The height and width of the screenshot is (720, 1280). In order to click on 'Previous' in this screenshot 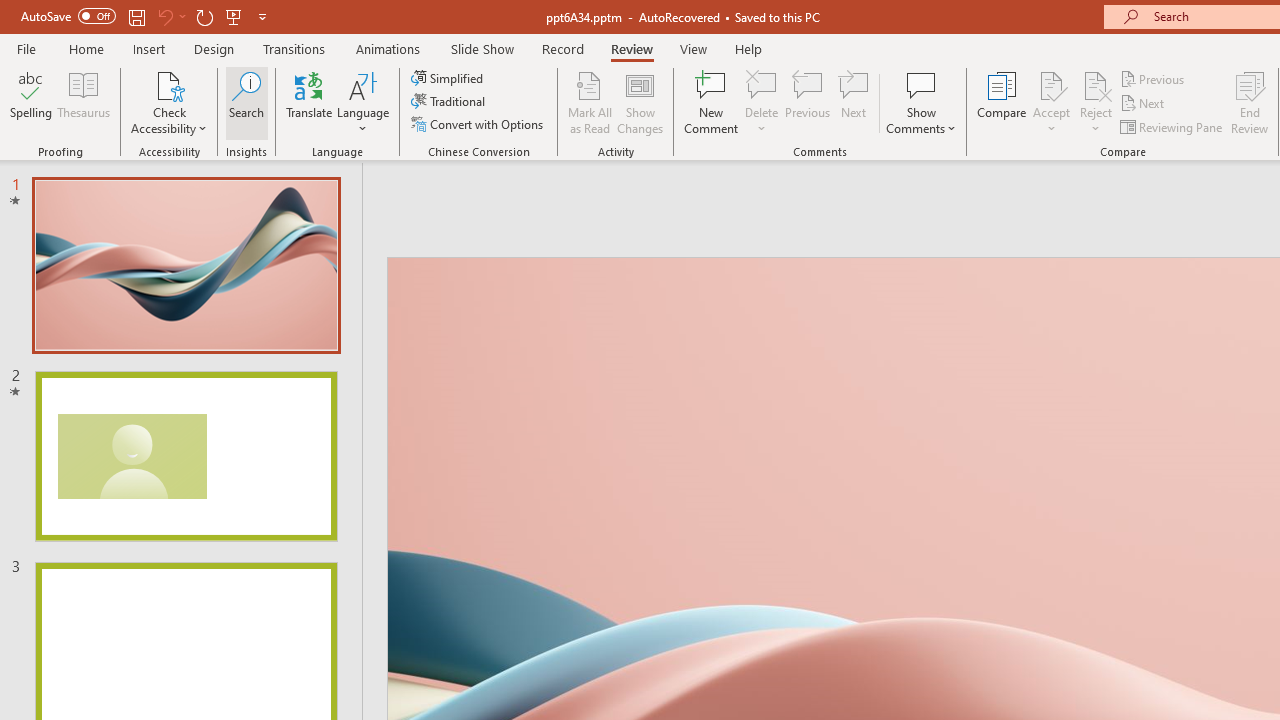, I will do `click(1153, 78)`.